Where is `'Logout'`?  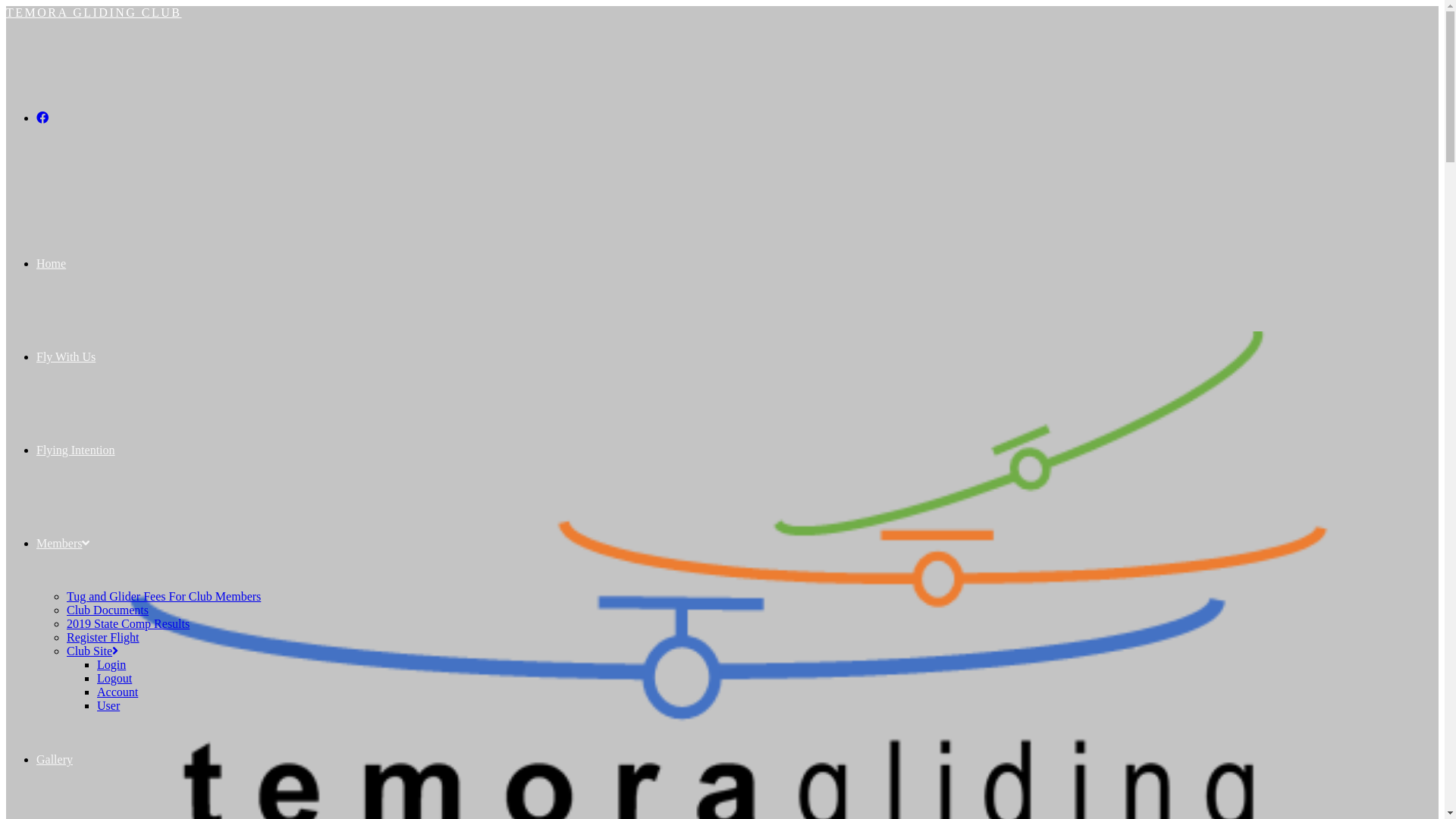 'Logout' is located at coordinates (113, 677).